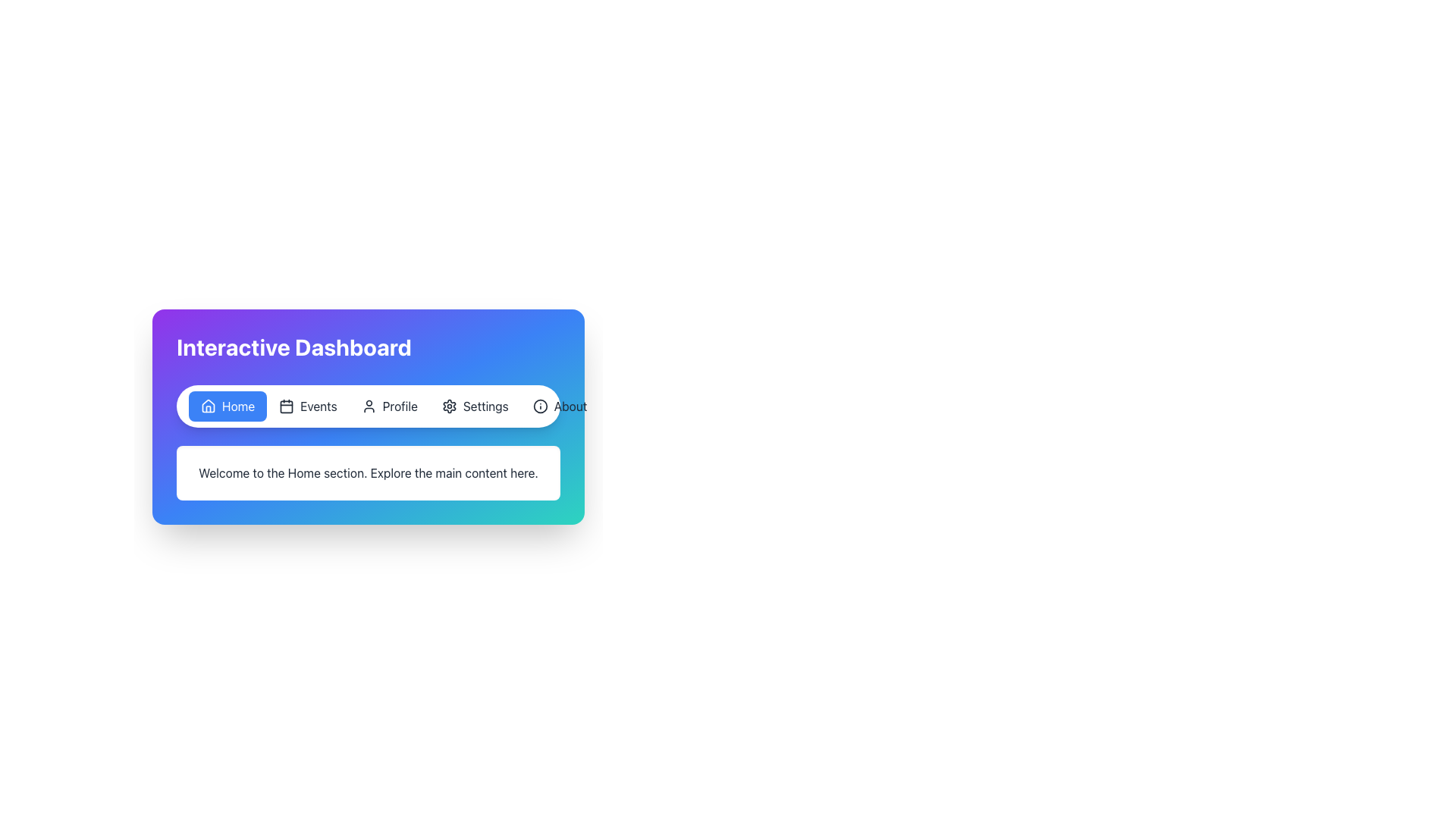 This screenshot has width=1456, height=819. Describe the element at coordinates (559, 406) in the screenshot. I see `the 'About' button, which is a rounded rectangular button with a black information icon and text, located in the rightmost position of the navigation bar` at that location.